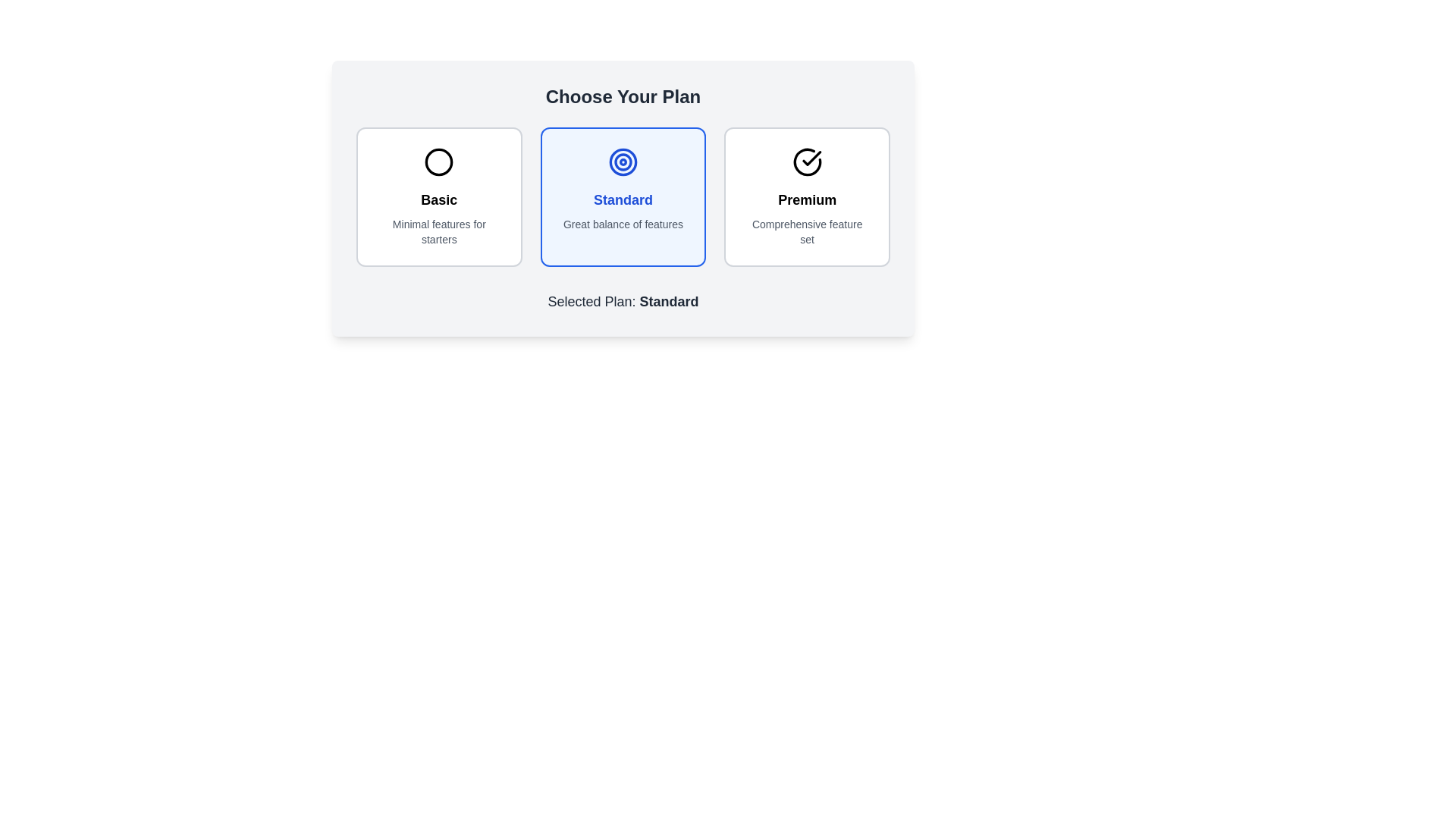 This screenshot has width=1456, height=819. I want to click on the central circular shape of the bullseye icon in the 'Choose Your Plan' section, which is visually represented as part of a target design, so click(623, 162).